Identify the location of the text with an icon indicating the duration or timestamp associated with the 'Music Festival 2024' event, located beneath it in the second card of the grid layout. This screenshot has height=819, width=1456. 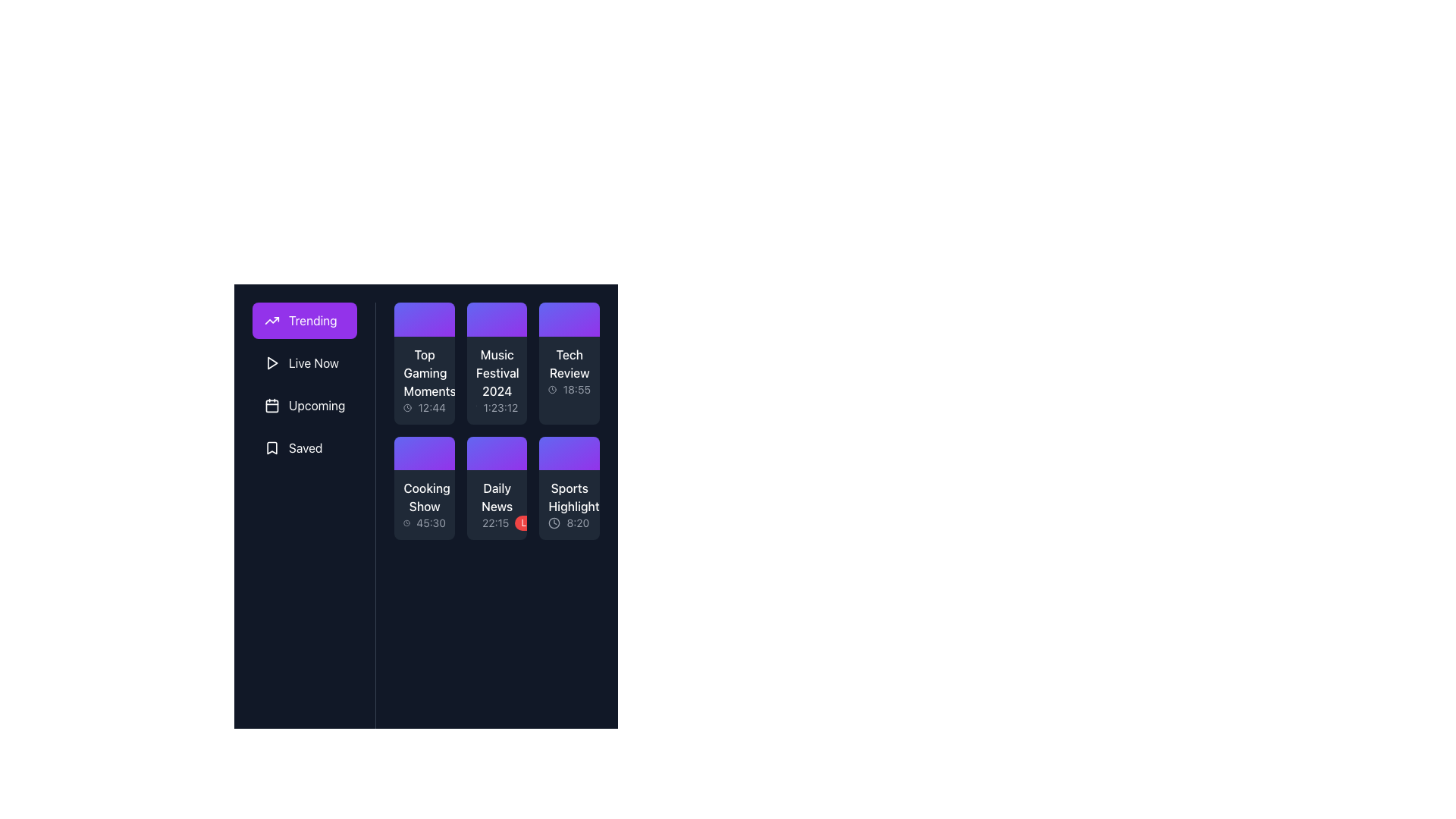
(497, 406).